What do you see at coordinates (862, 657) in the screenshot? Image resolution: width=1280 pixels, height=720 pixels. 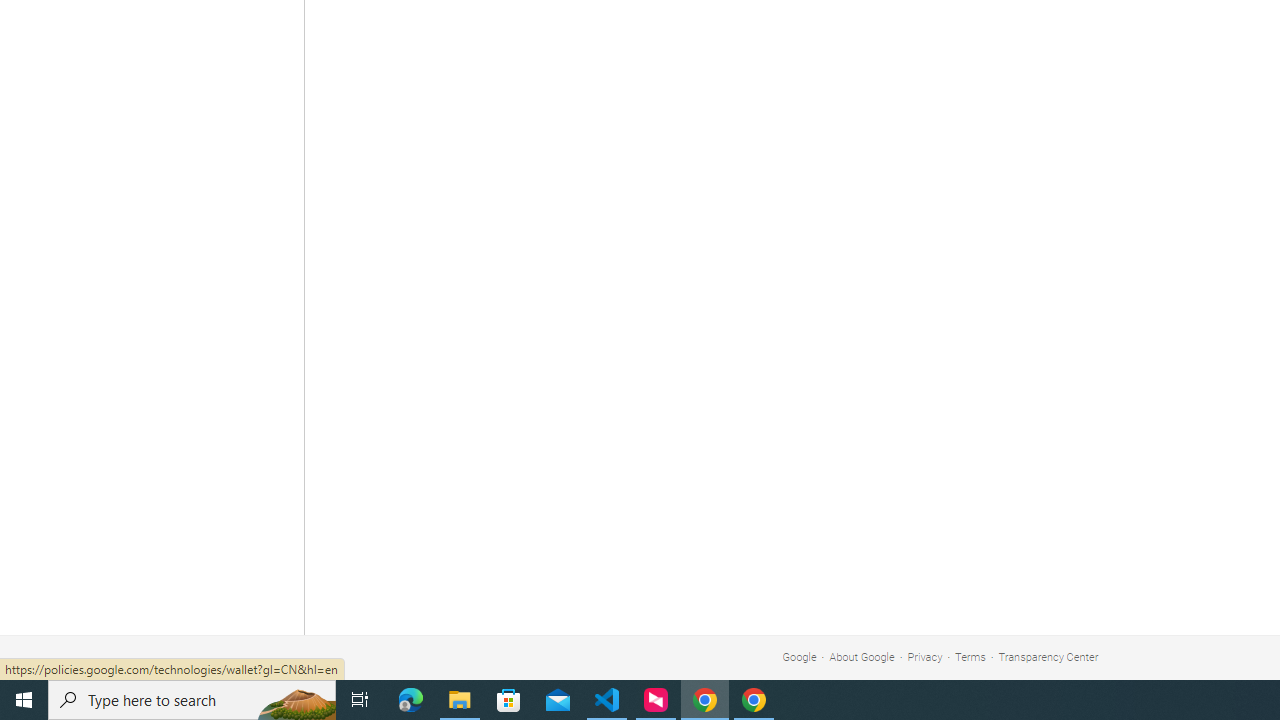 I see `'About Google'` at bounding box center [862, 657].